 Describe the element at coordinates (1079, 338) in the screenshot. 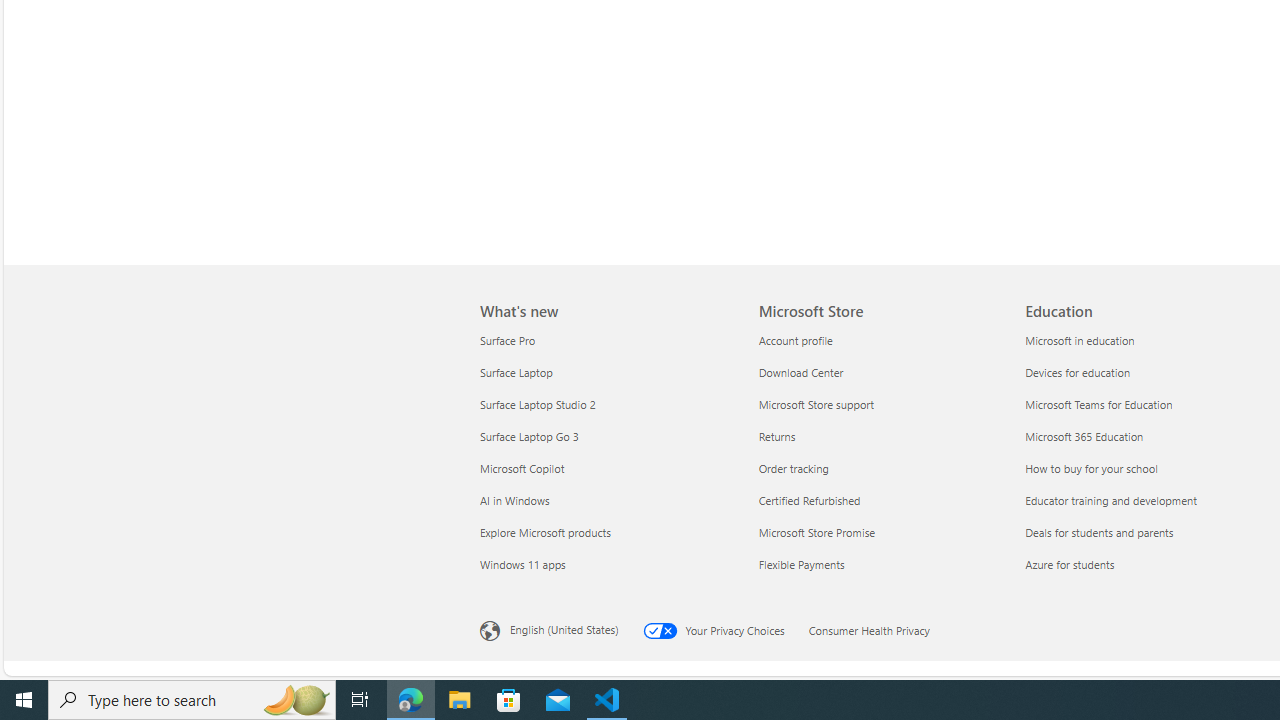

I see `'Microsoft in education Education'` at that location.